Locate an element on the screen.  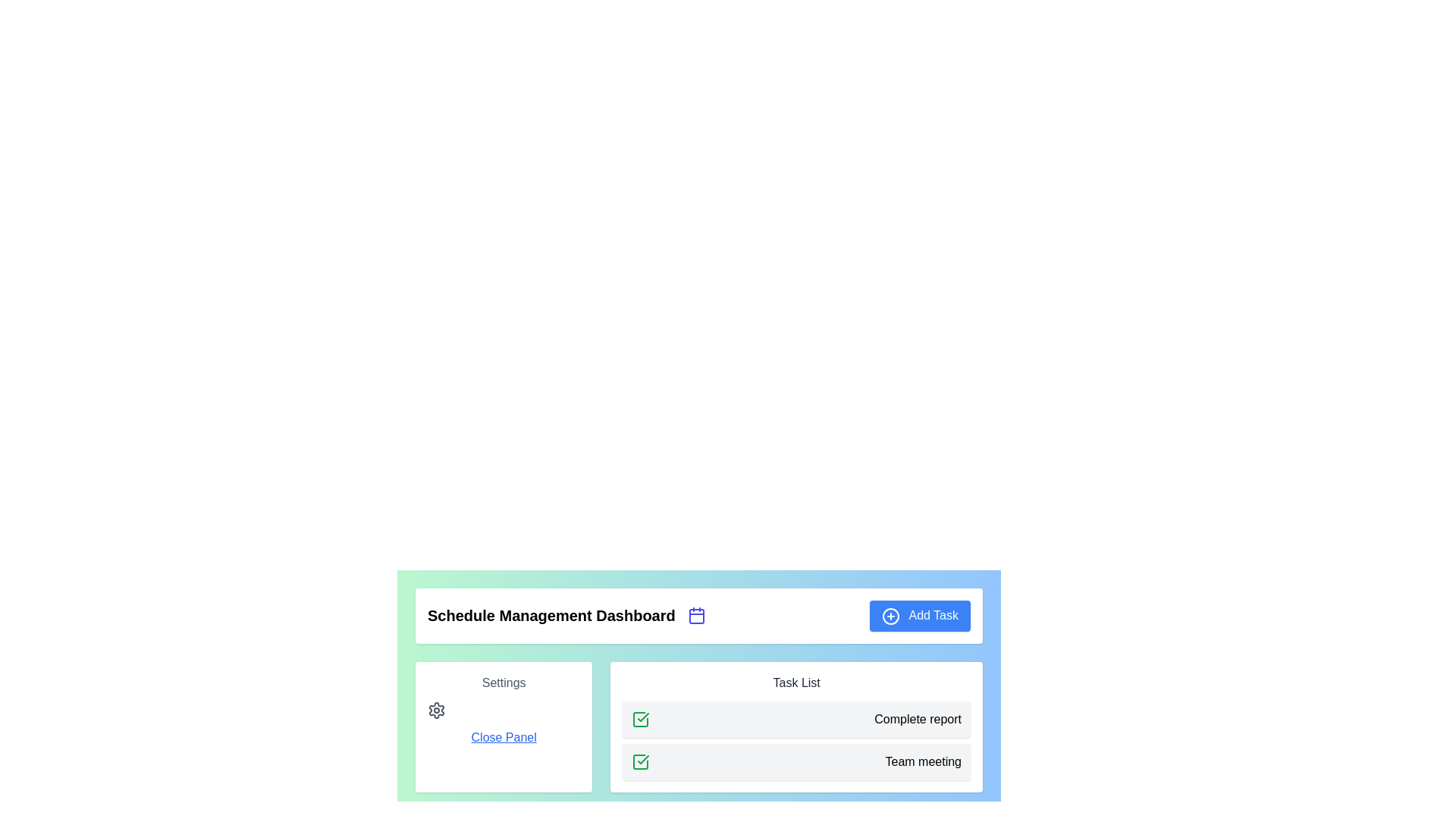
the first checkbox in the 'Task List' section is located at coordinates (641, 718).